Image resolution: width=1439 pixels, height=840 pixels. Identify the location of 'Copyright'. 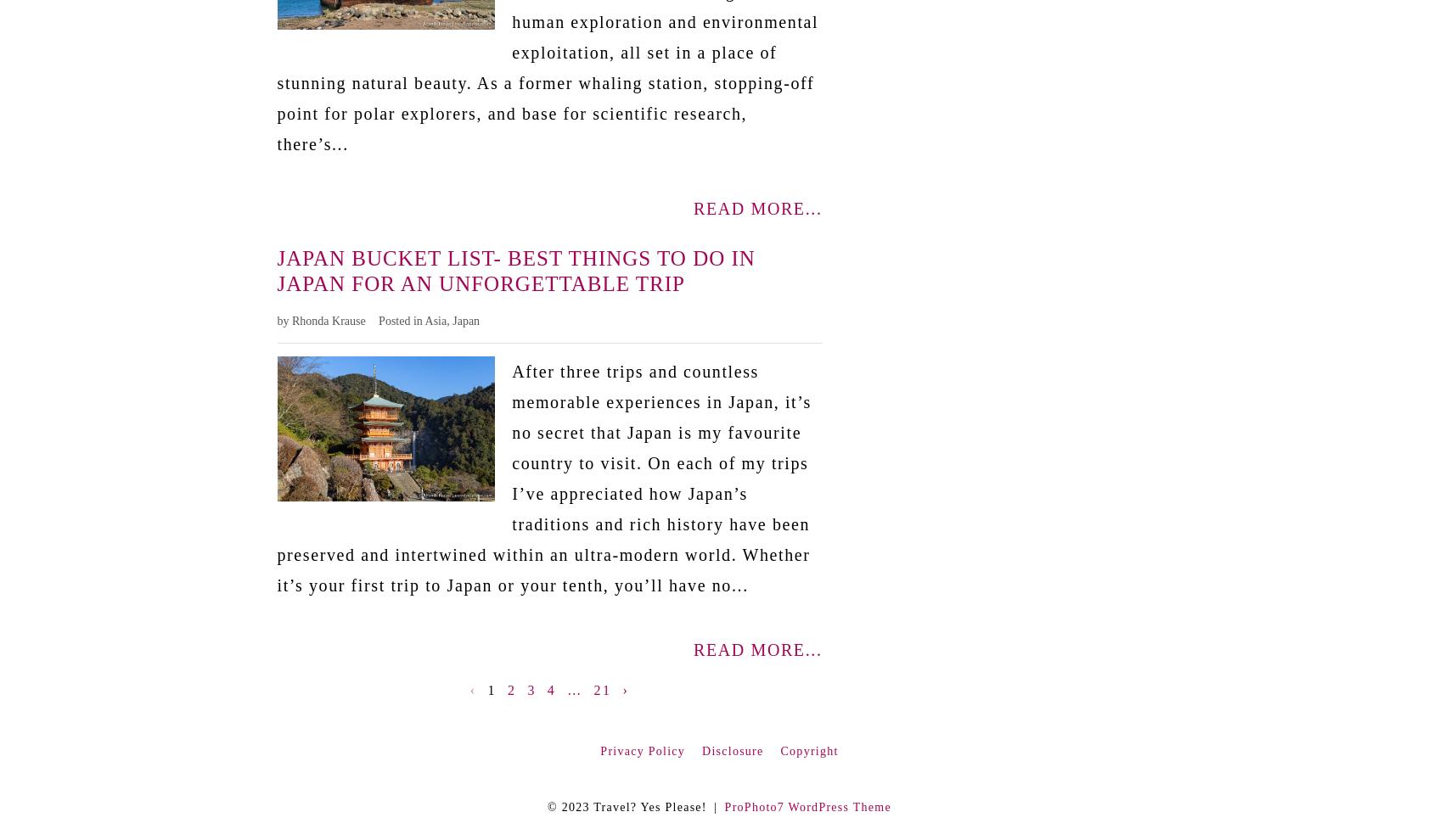
(808, 751).